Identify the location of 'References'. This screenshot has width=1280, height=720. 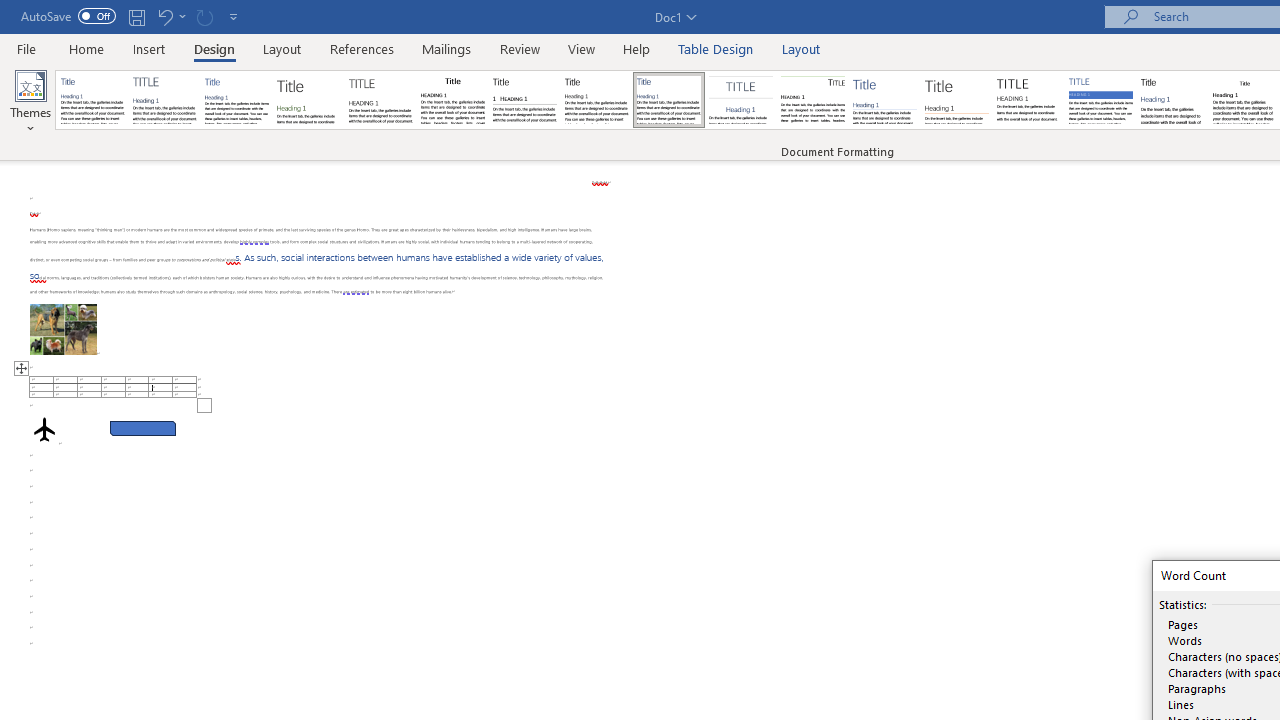
(362, 48).